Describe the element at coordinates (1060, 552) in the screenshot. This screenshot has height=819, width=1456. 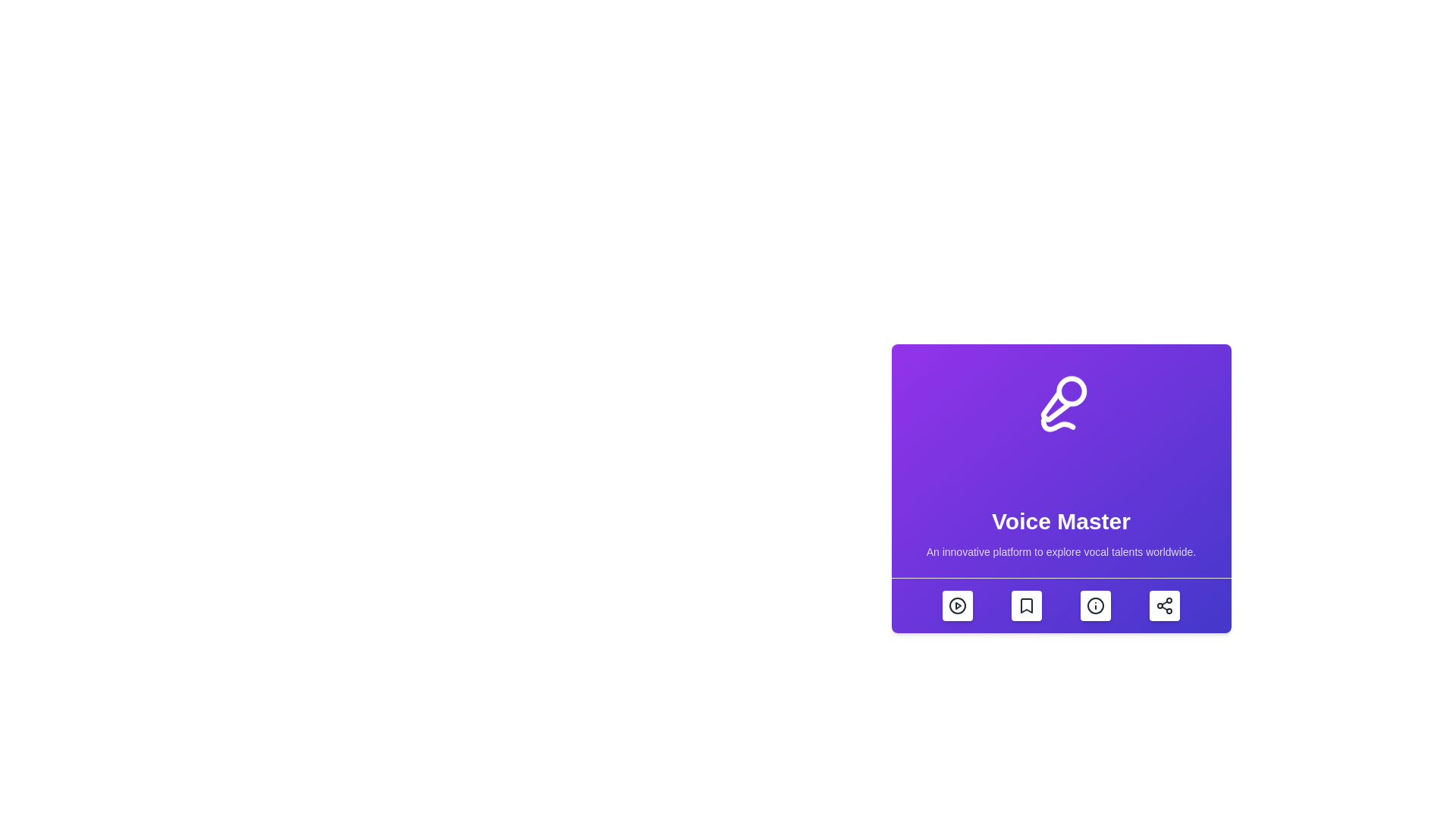
I see `text label that describes the platform, which states 'An innovative platform to explore vocal talents worldwide.' This text is located at the center bottom of a purple card interface, directly below the heading 'Voice Master'` at that location.